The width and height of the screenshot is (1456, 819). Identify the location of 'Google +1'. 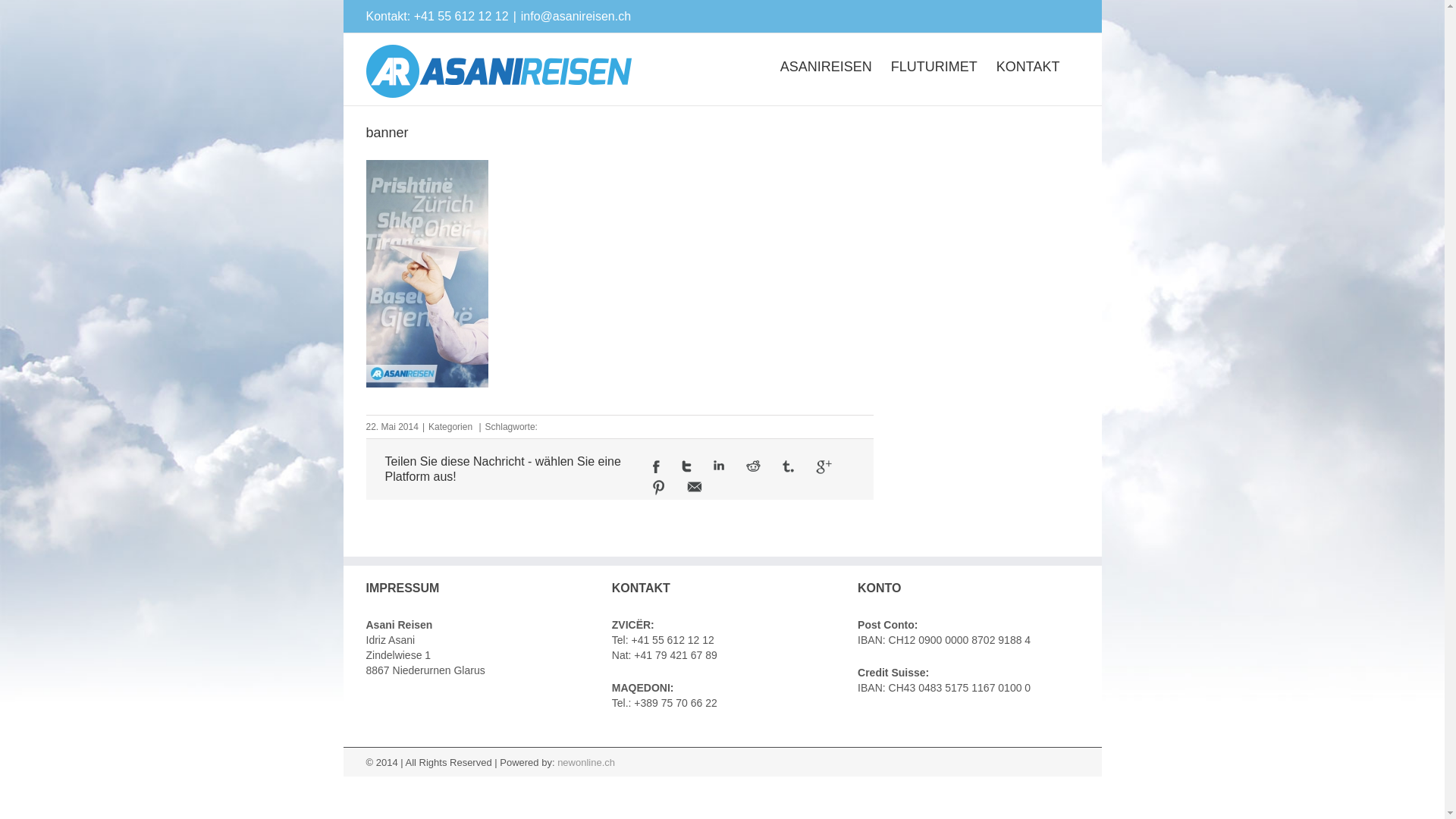
(823, 466).